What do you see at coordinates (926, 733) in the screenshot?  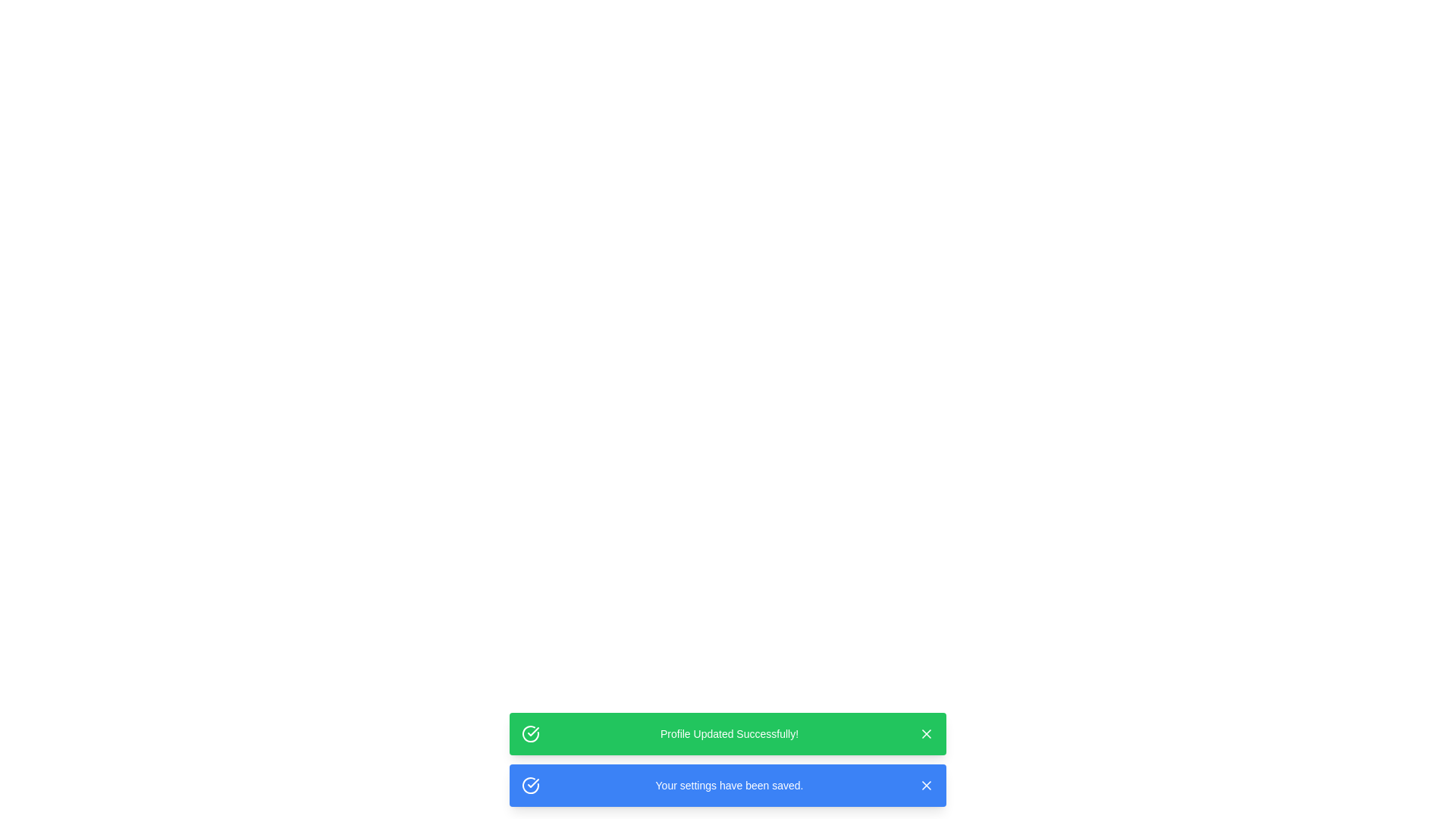 I see `the 'Close' button located on the far right side of the green notification bar` at bounding box center [926, 733].